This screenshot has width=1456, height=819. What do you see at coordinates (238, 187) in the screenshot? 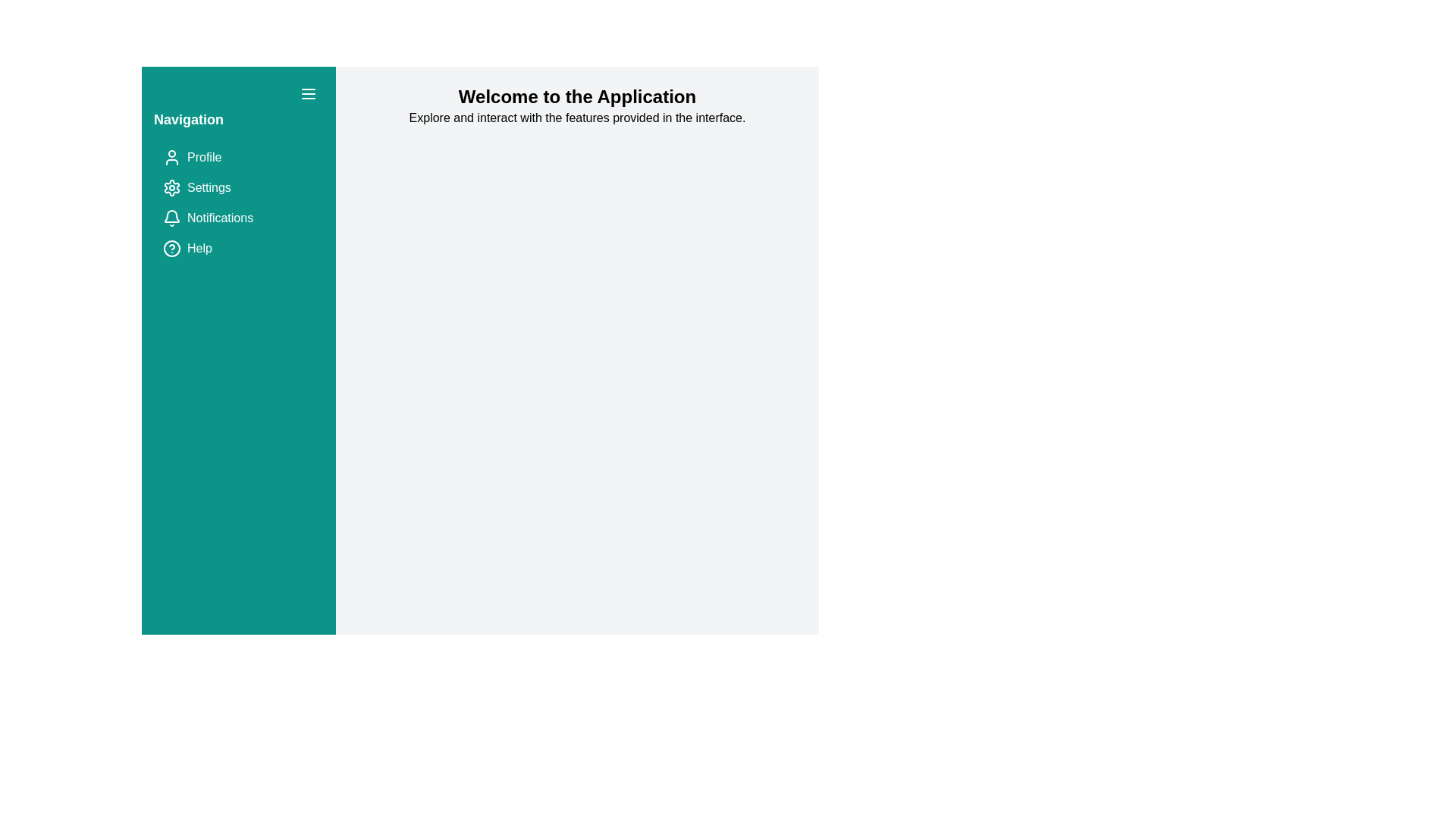
I see `the navigation item Settings to navigate to the respective section` at bounding box center [238, 187].